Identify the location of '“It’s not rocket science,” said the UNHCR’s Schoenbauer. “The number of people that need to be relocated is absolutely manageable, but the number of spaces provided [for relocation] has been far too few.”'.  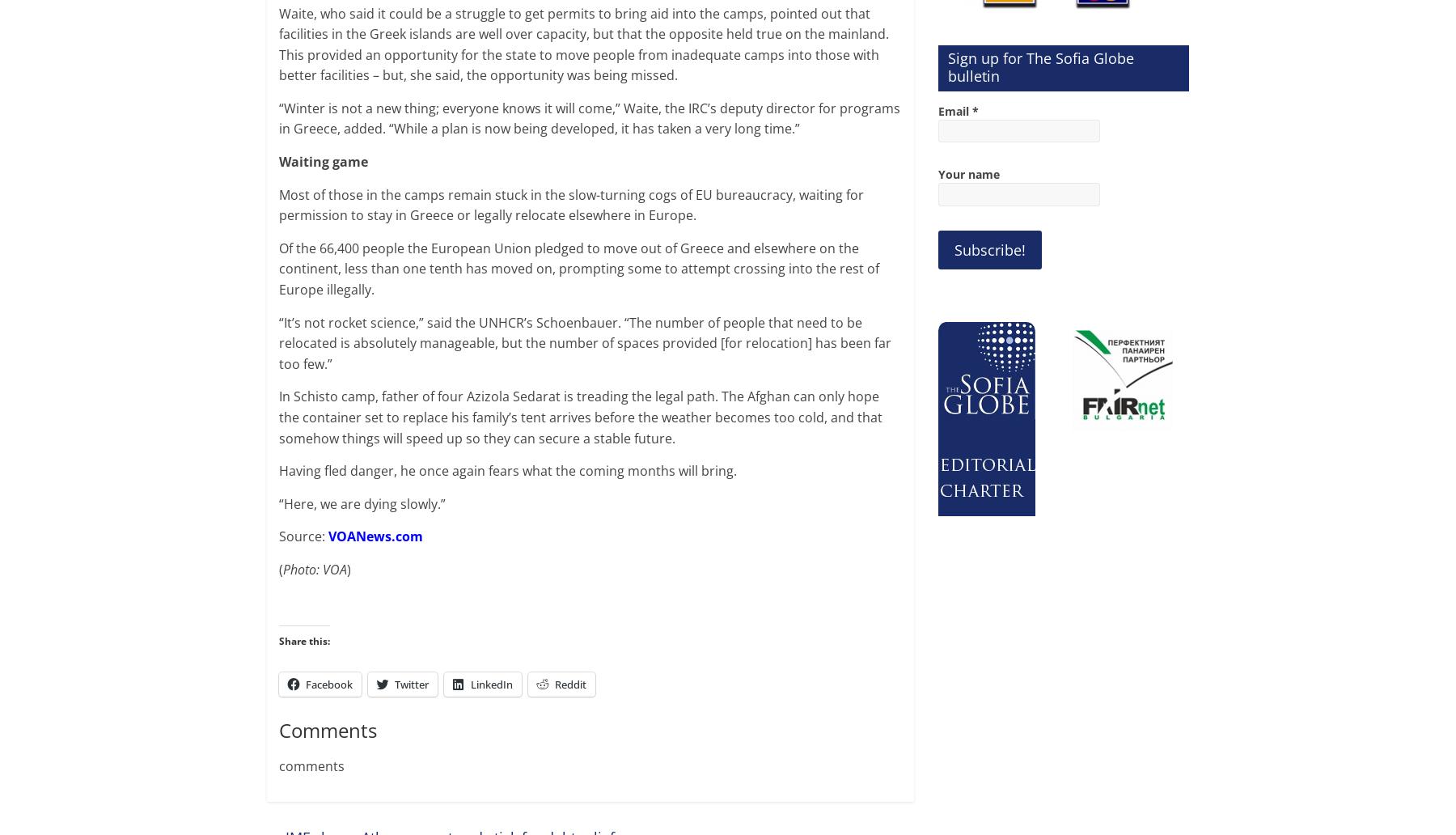
(584, 341).